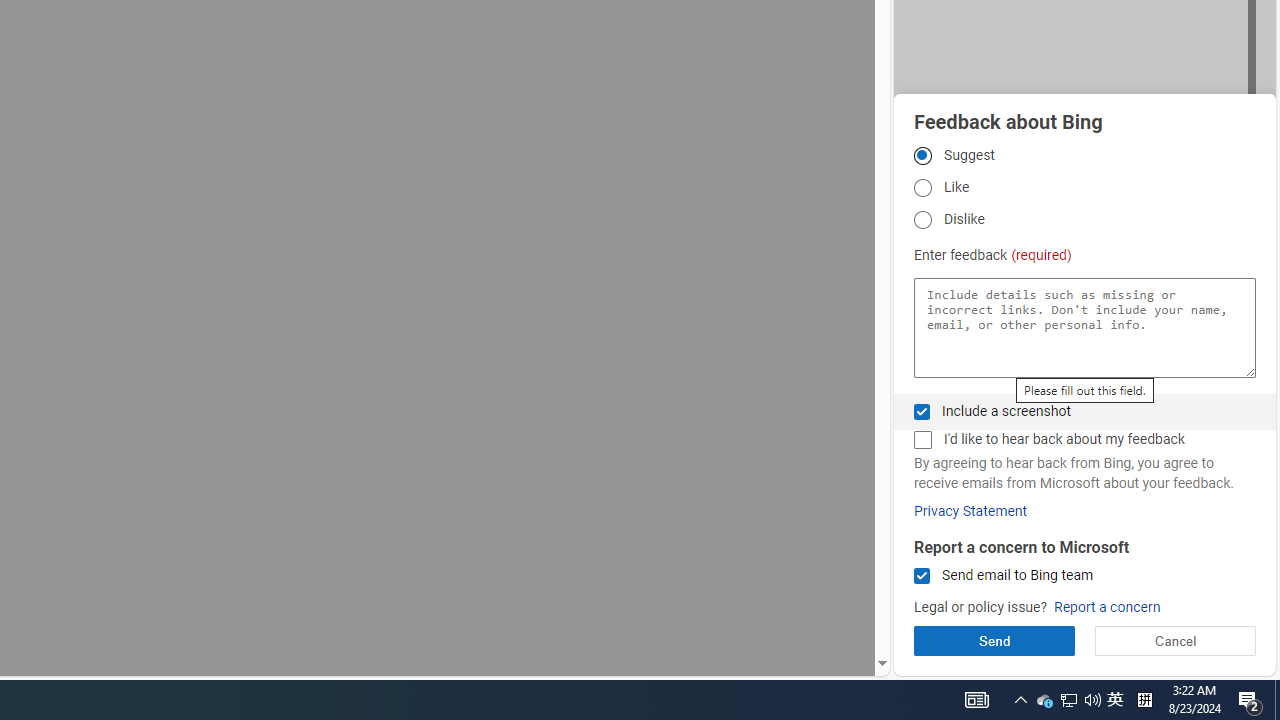  Describe the element at coordinates (1106, 606) in the screenshot. I see `'Report a concern'` at that location.